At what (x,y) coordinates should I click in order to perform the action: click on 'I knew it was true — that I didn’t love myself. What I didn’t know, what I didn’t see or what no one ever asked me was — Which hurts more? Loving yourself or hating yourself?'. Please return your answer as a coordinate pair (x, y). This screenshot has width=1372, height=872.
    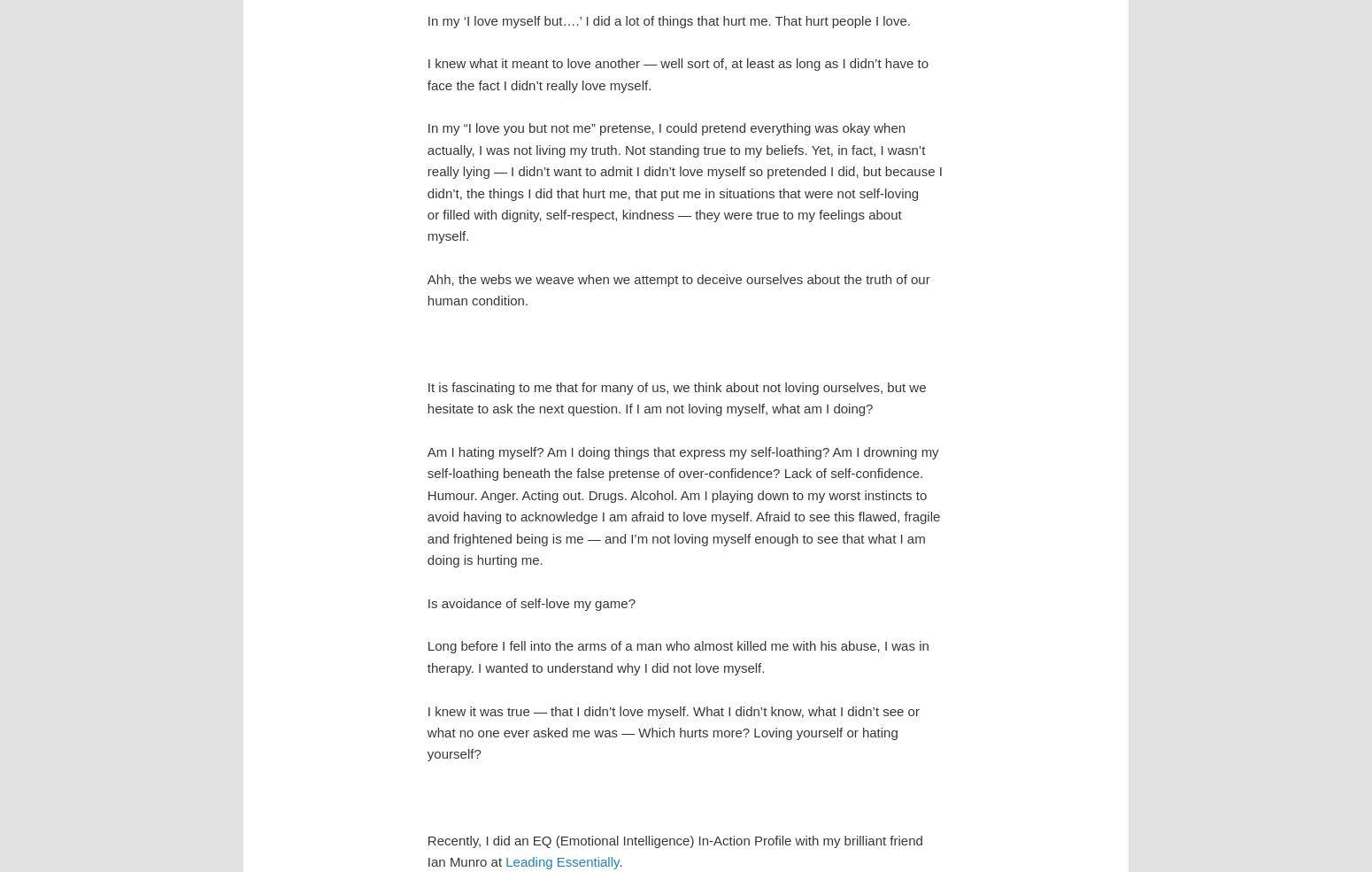
    Looking at the image, I should click on (672, 731).